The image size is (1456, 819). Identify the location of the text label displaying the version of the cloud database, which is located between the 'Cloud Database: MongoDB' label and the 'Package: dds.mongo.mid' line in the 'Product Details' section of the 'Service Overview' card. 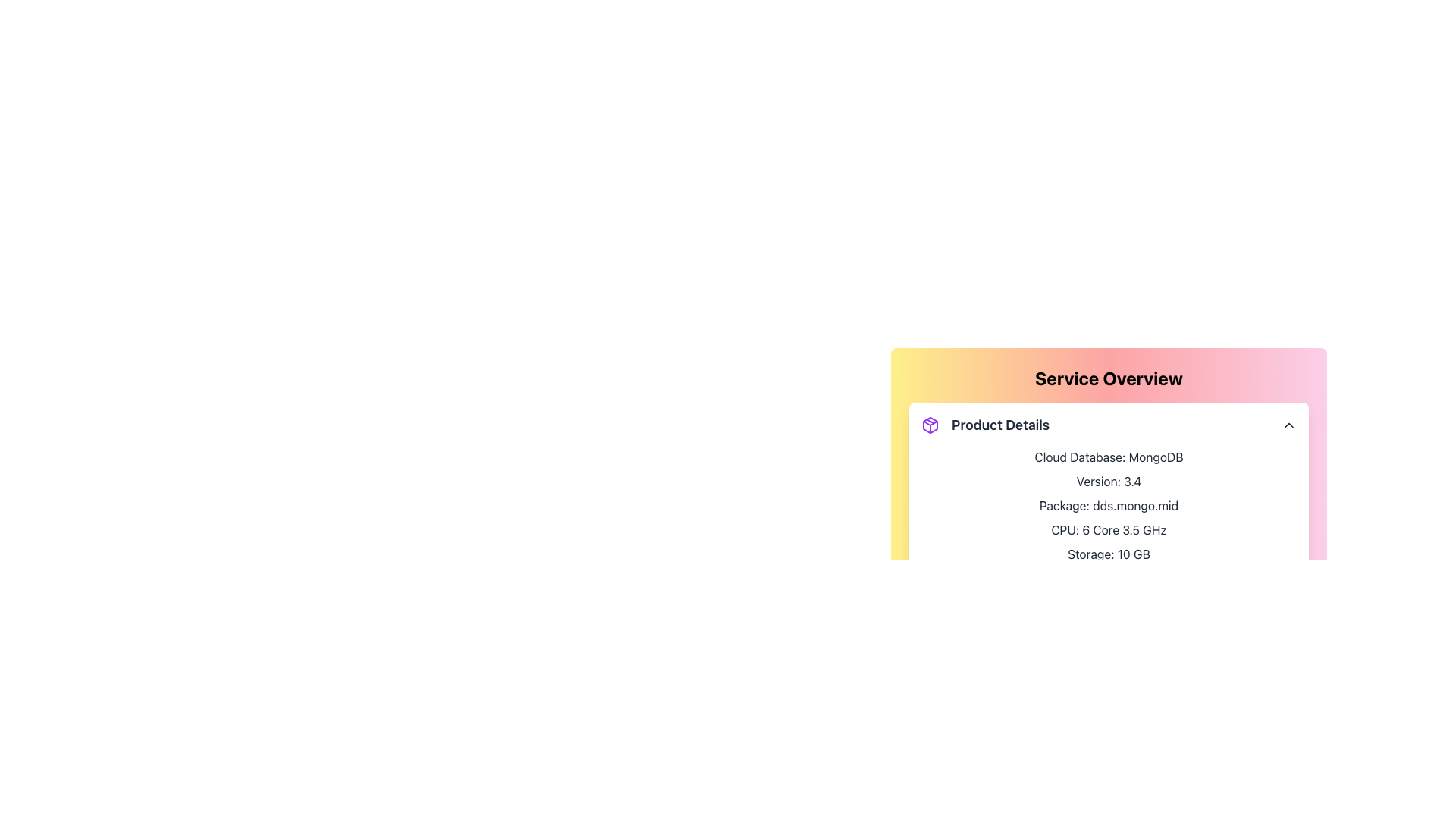
(1109, 482).